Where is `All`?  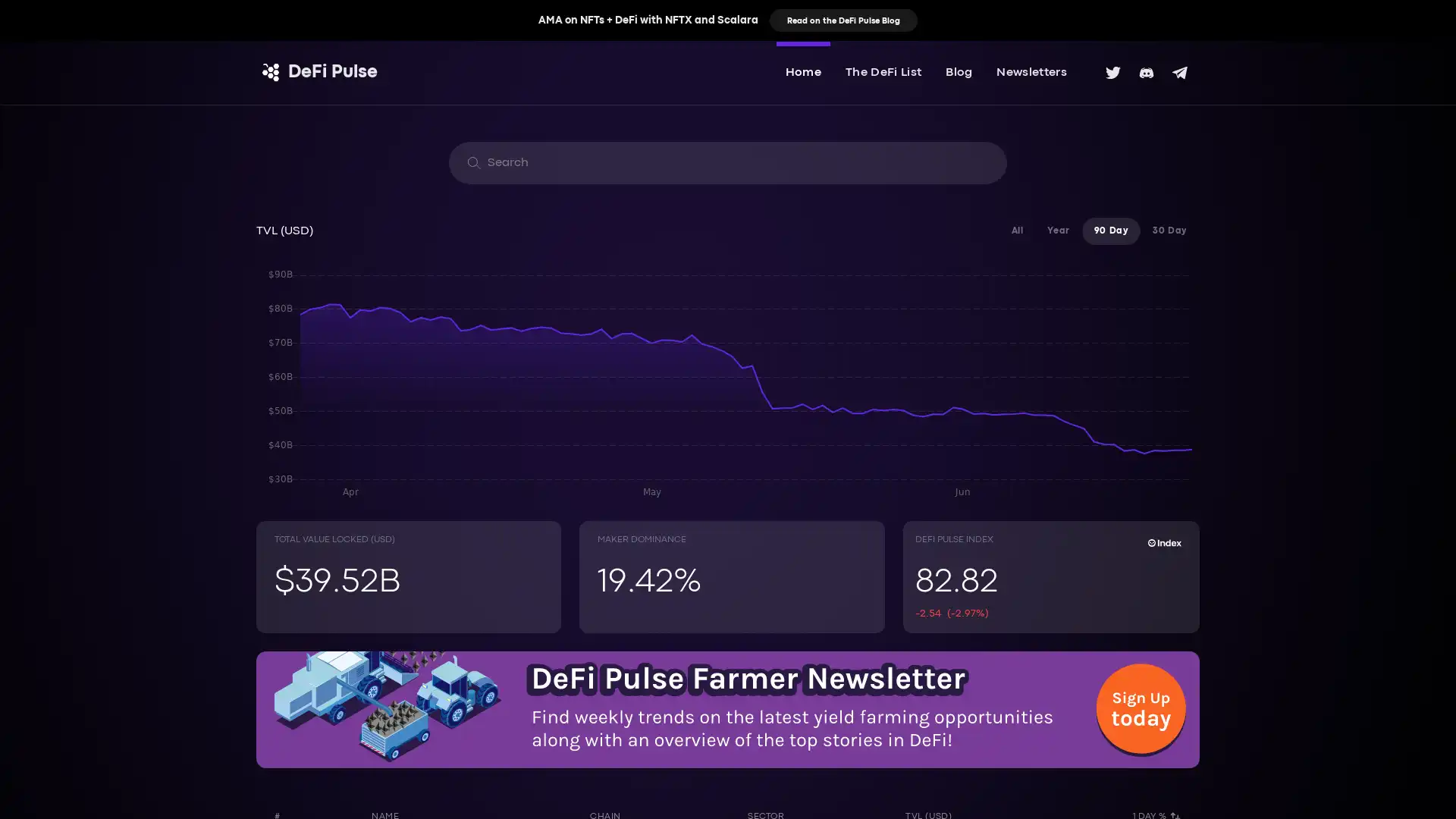
All is located at coordinates (1016, 231).